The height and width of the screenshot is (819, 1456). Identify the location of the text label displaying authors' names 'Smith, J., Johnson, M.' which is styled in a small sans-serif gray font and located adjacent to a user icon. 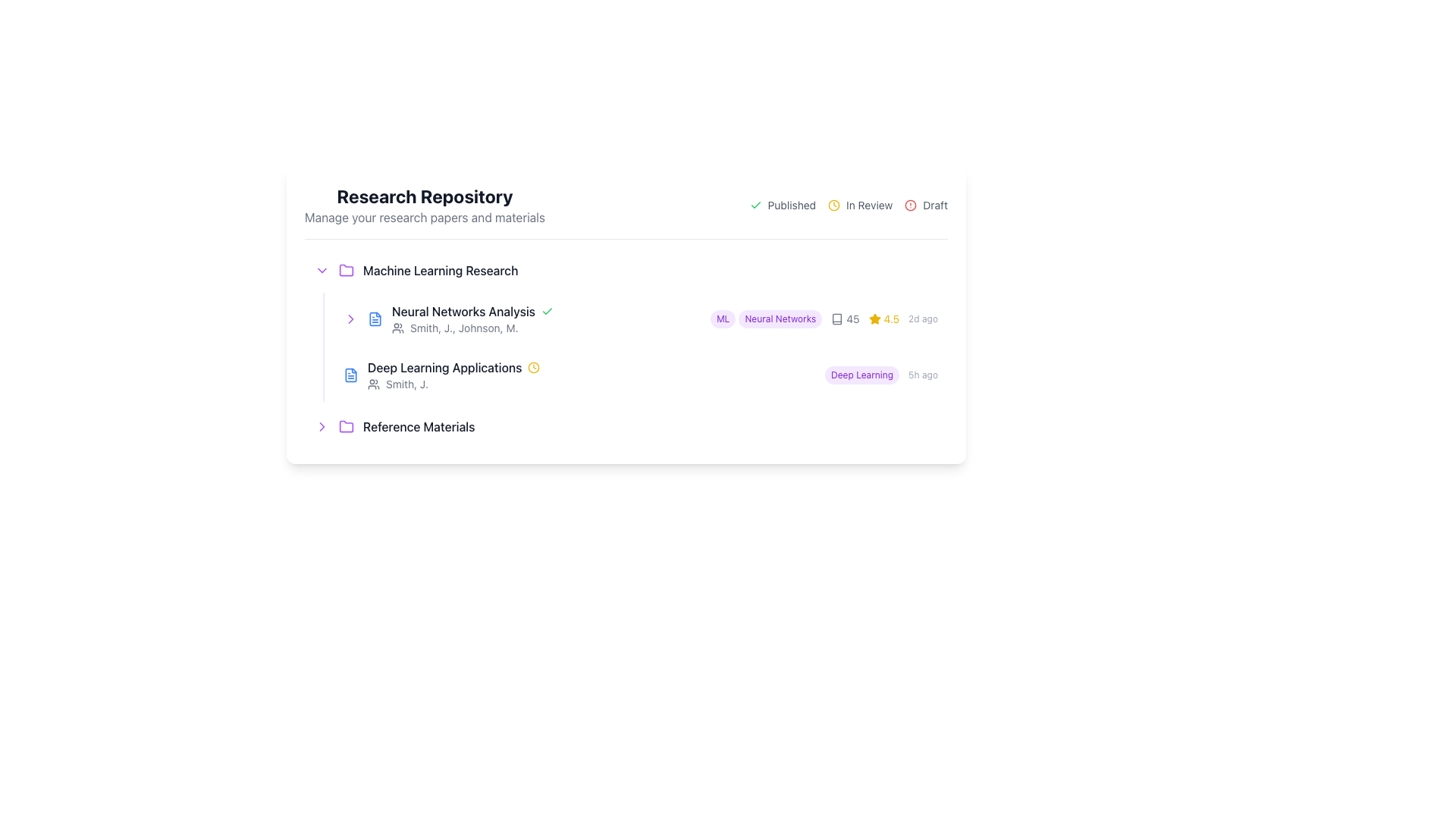
(463, 327).